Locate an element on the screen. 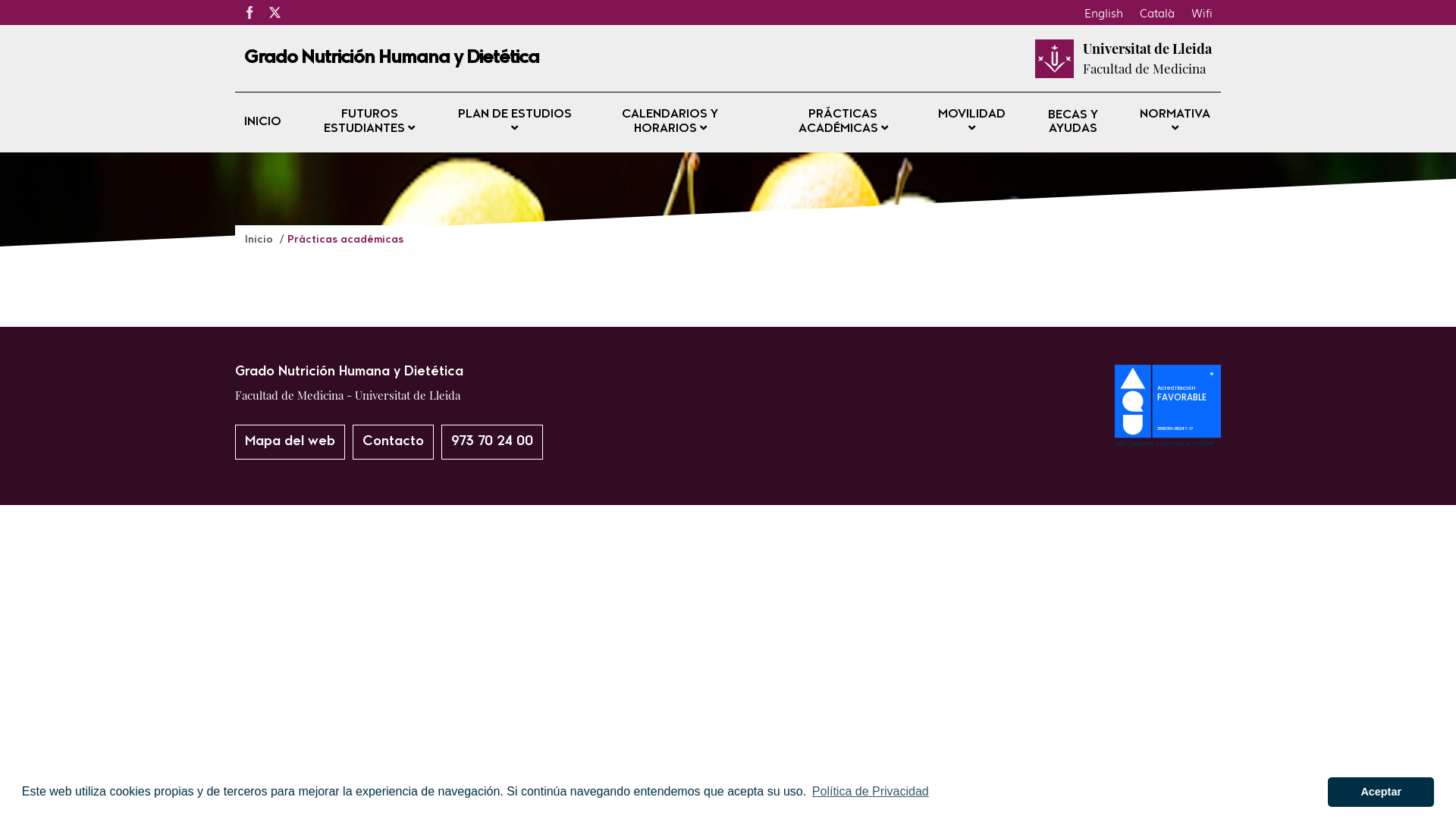  'INICIO' is located at coordinates (262, 122).